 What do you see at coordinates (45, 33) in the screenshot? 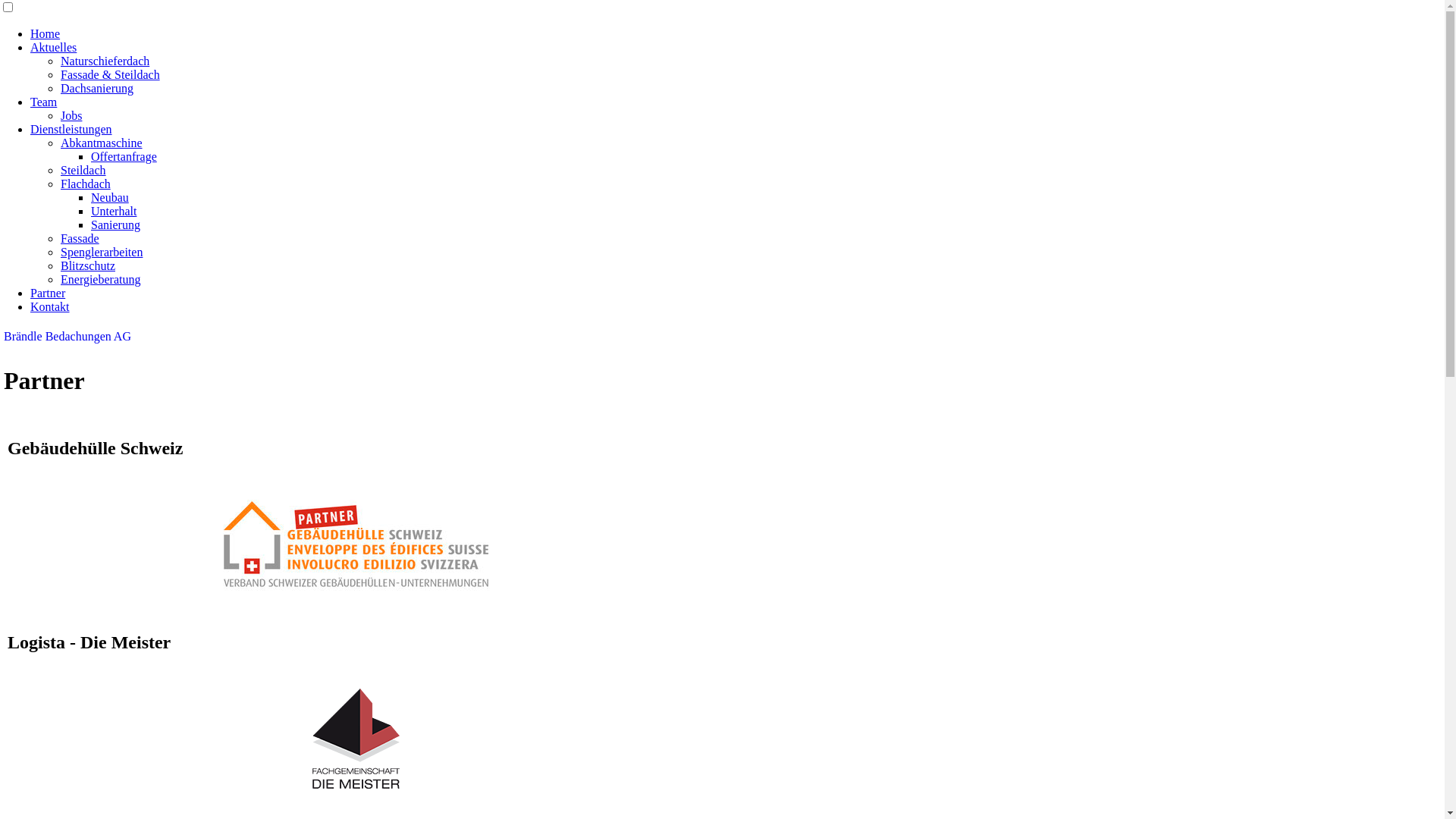
I see `'Home'` at bounding box center [45, 33].